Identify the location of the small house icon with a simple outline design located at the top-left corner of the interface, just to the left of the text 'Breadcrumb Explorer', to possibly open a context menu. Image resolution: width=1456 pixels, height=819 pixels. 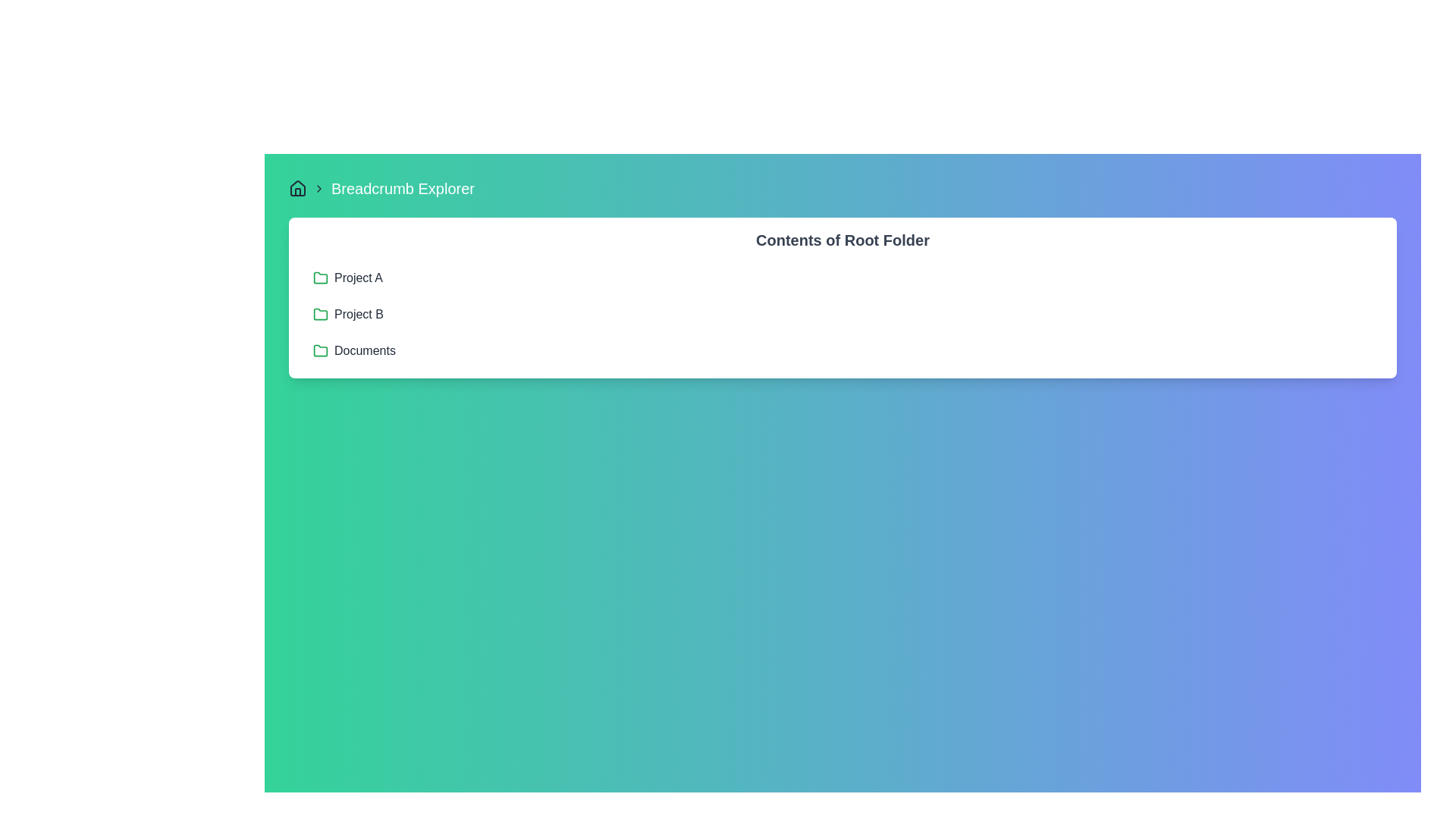
(298, 188).